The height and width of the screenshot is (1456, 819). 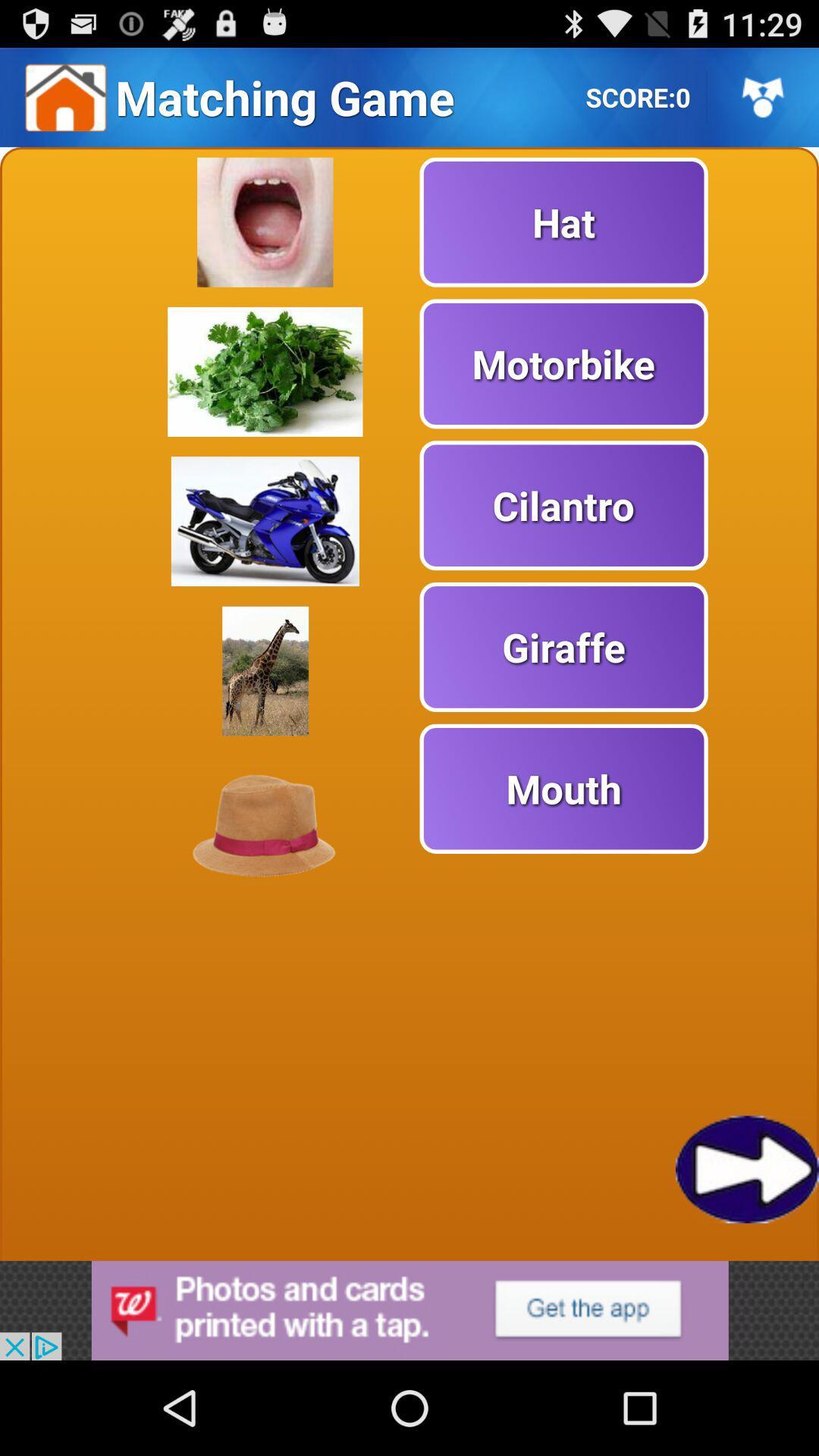 I want to click on move forward, so click(x=746, y=1168).